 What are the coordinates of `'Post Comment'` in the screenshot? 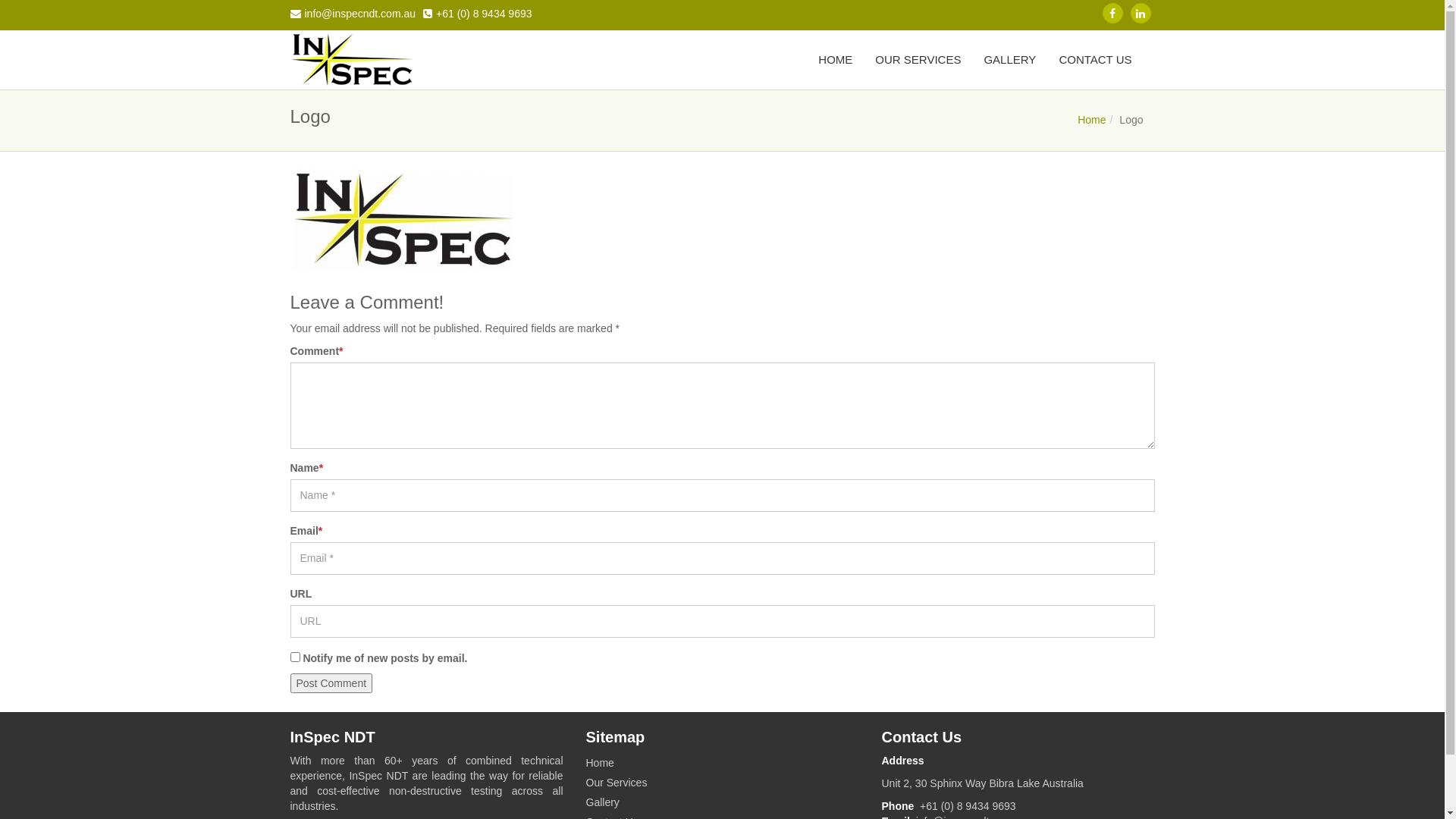 It's located at (330, 683).